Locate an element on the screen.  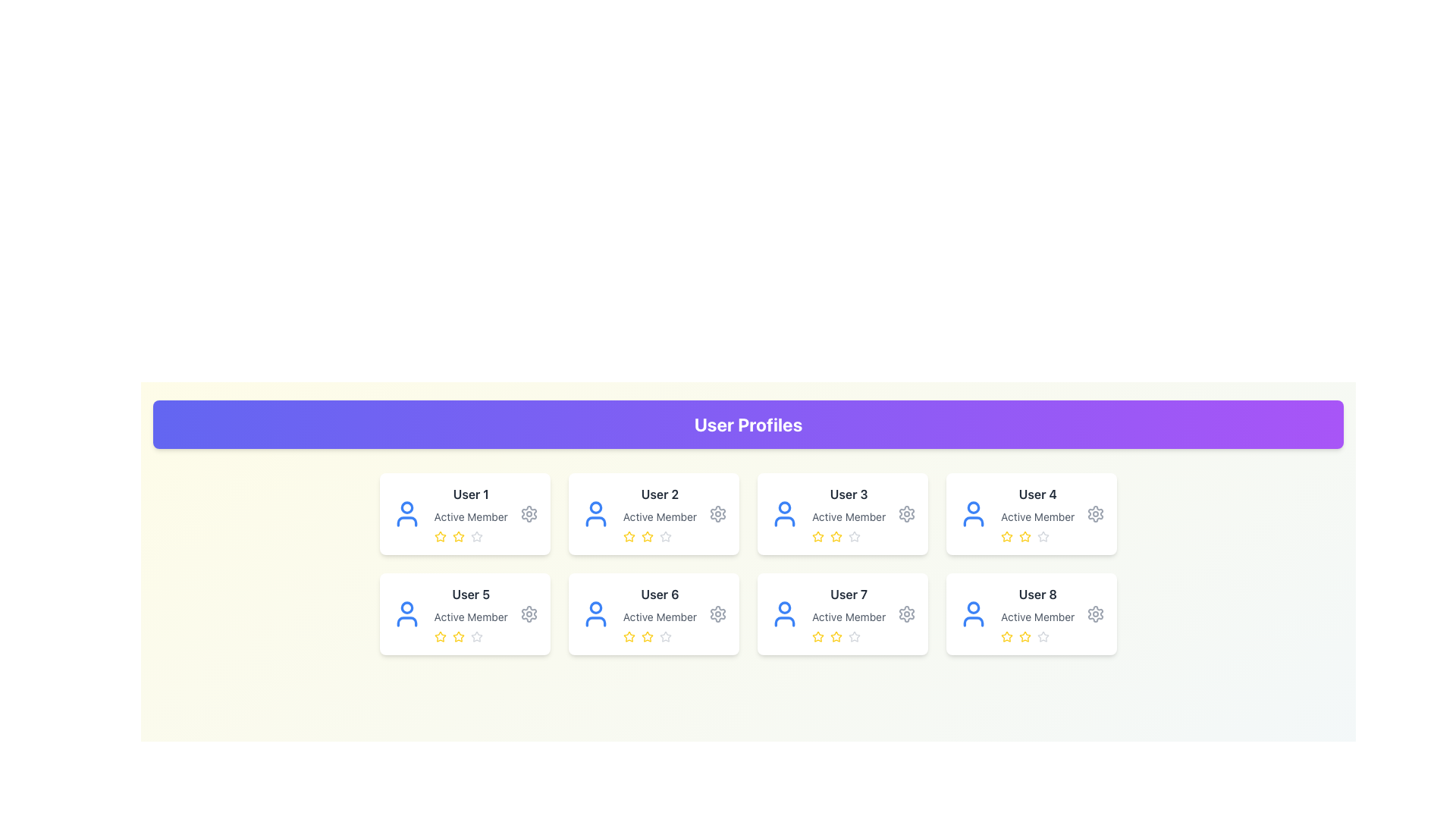
the Gear icon button located at the top-right edge of the 'User 2 - Active Member' profile card is located at coordinates (717, 513).